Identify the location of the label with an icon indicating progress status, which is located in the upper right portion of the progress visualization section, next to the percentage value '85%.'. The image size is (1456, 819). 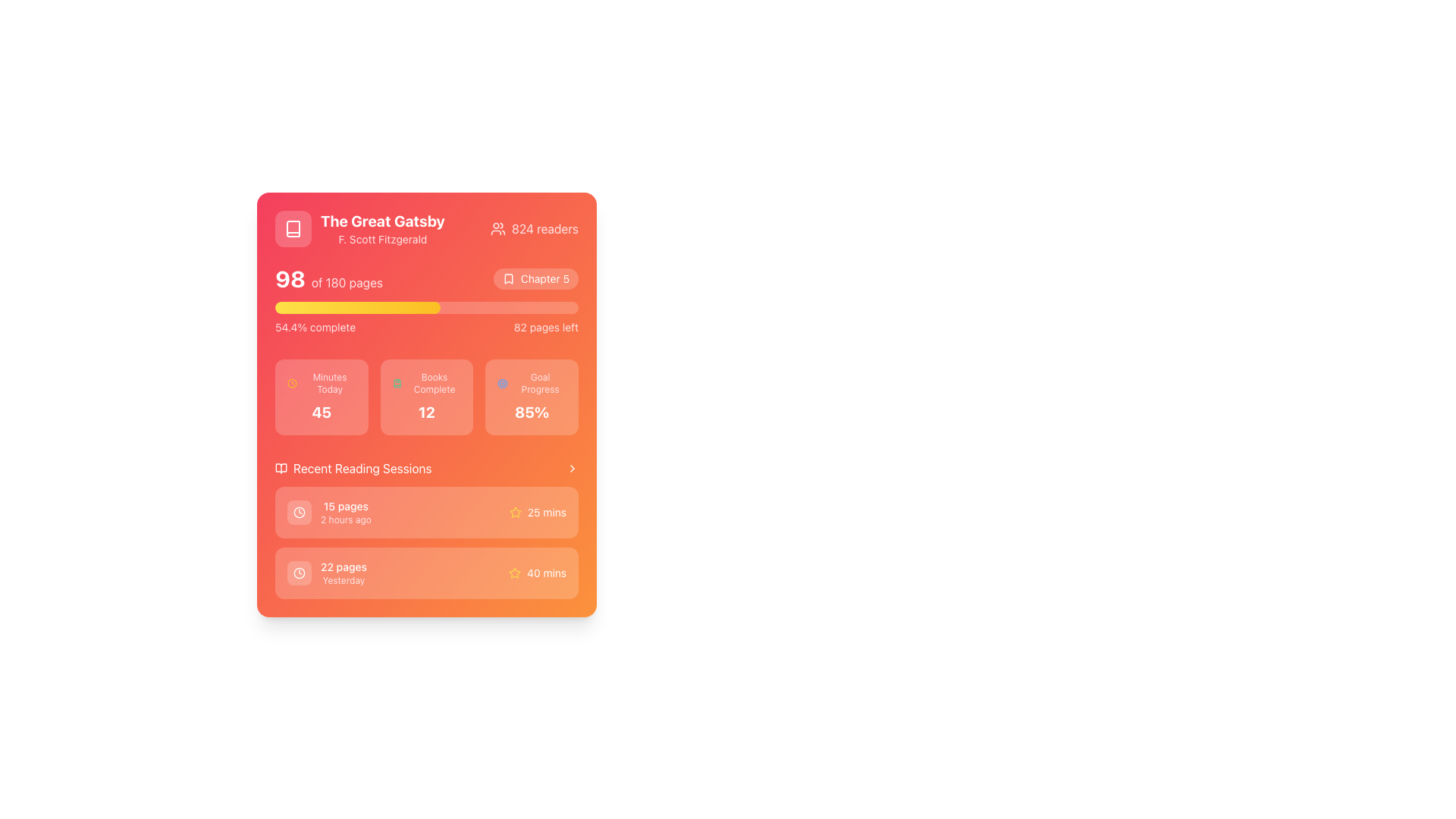
(532, 382).